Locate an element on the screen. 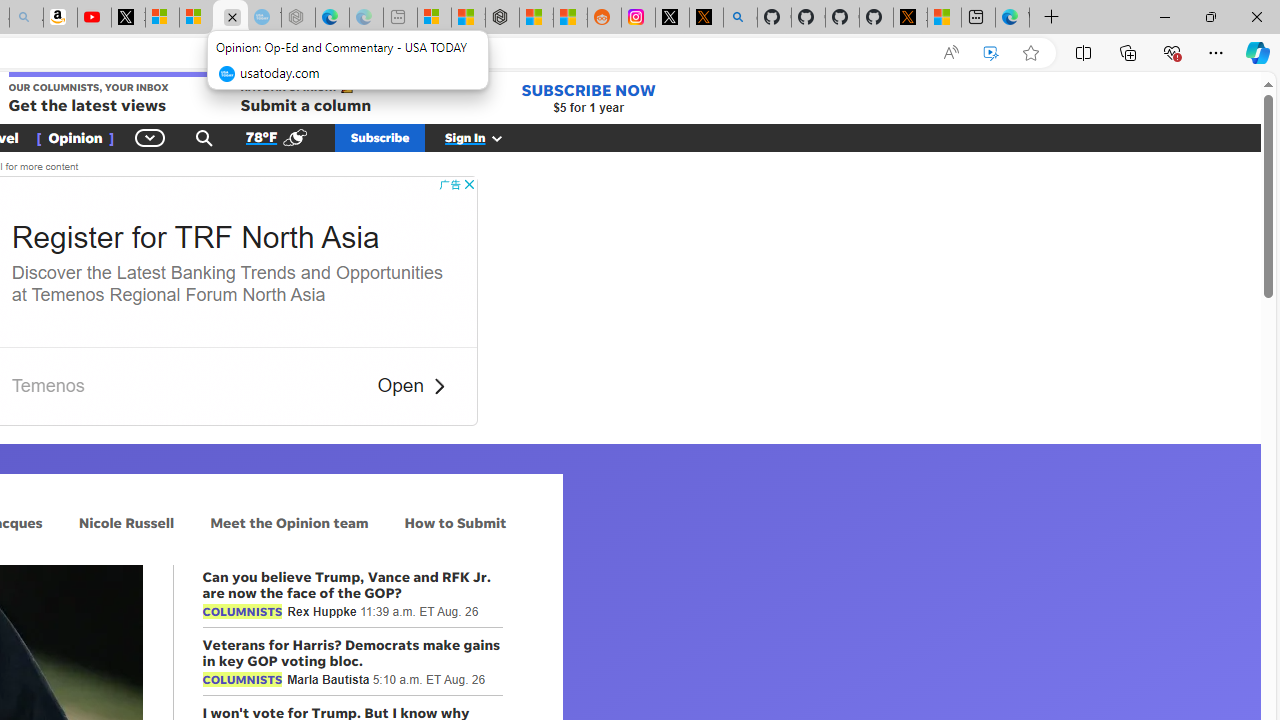  'Restore' is located at coordinates (1209, 16).